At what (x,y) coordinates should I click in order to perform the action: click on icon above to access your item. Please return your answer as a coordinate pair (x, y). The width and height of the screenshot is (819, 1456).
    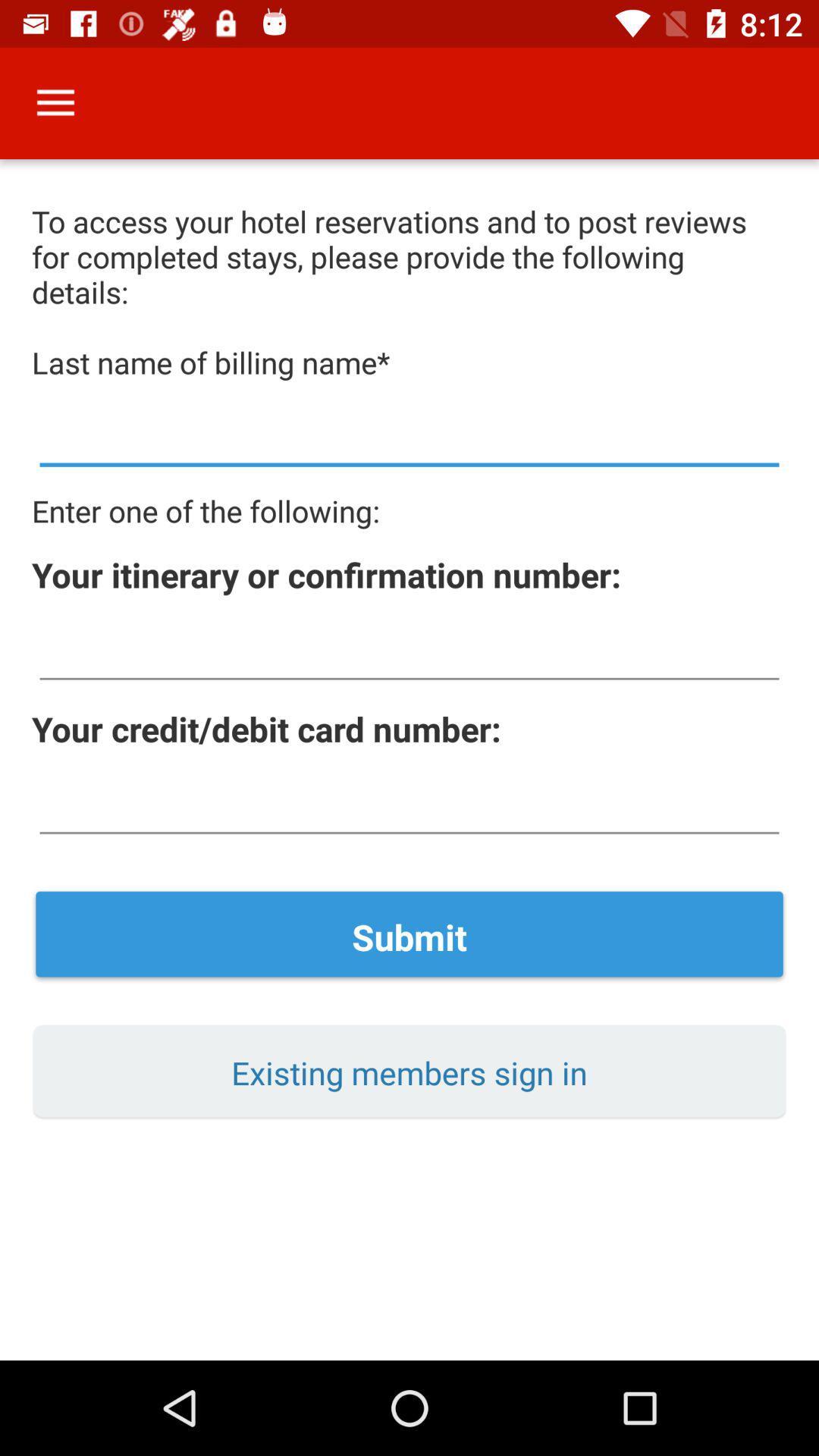
    Looking at the image, I should click on (55, 102).